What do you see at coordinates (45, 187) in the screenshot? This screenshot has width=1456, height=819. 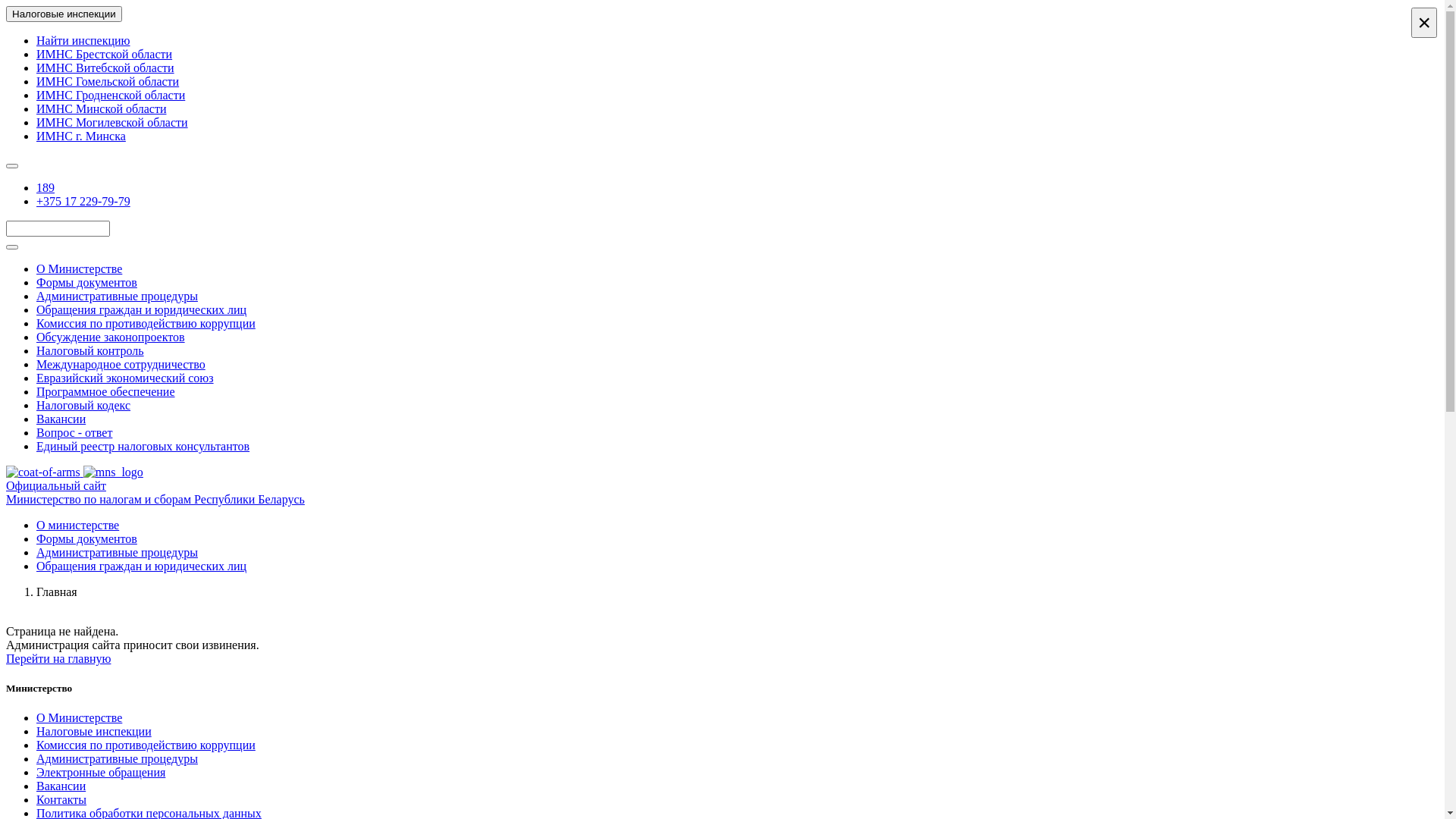 I see `'189'` at bounding box center [45, 187].